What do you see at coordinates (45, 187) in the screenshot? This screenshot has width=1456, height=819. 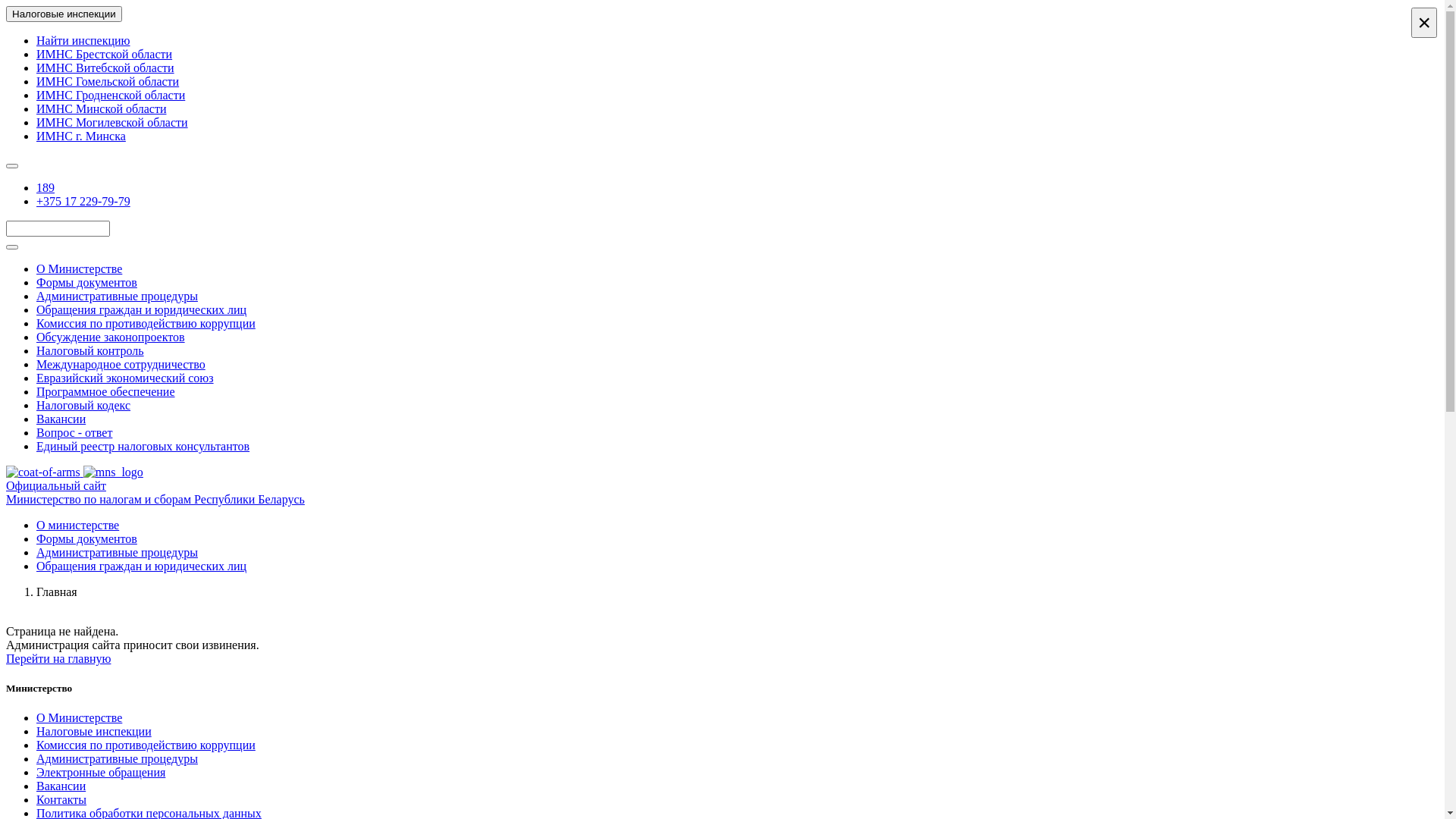 I see `'189'` at bounding box center [45, 187].